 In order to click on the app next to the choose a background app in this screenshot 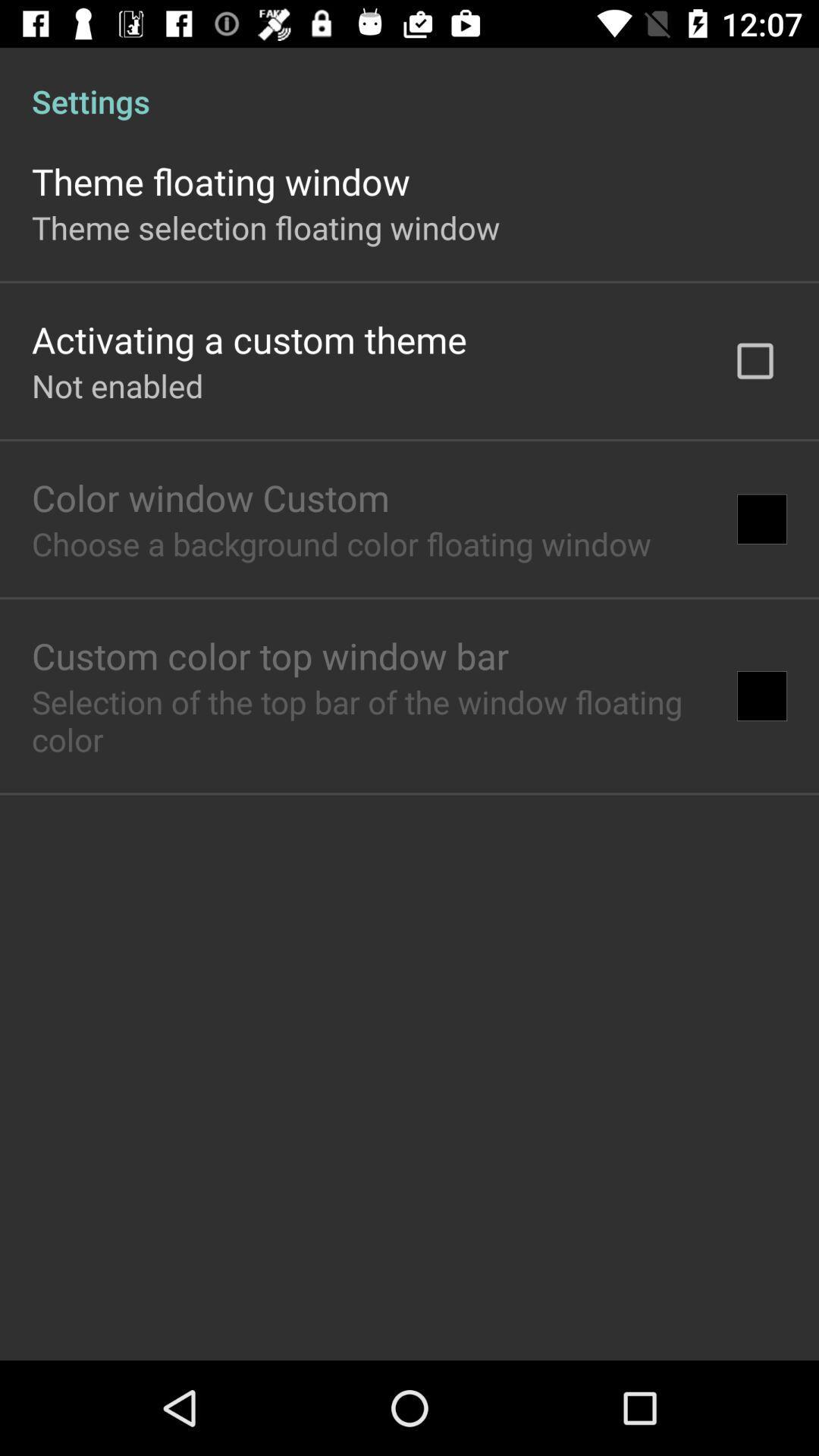, I will do `click(762, 519)`.